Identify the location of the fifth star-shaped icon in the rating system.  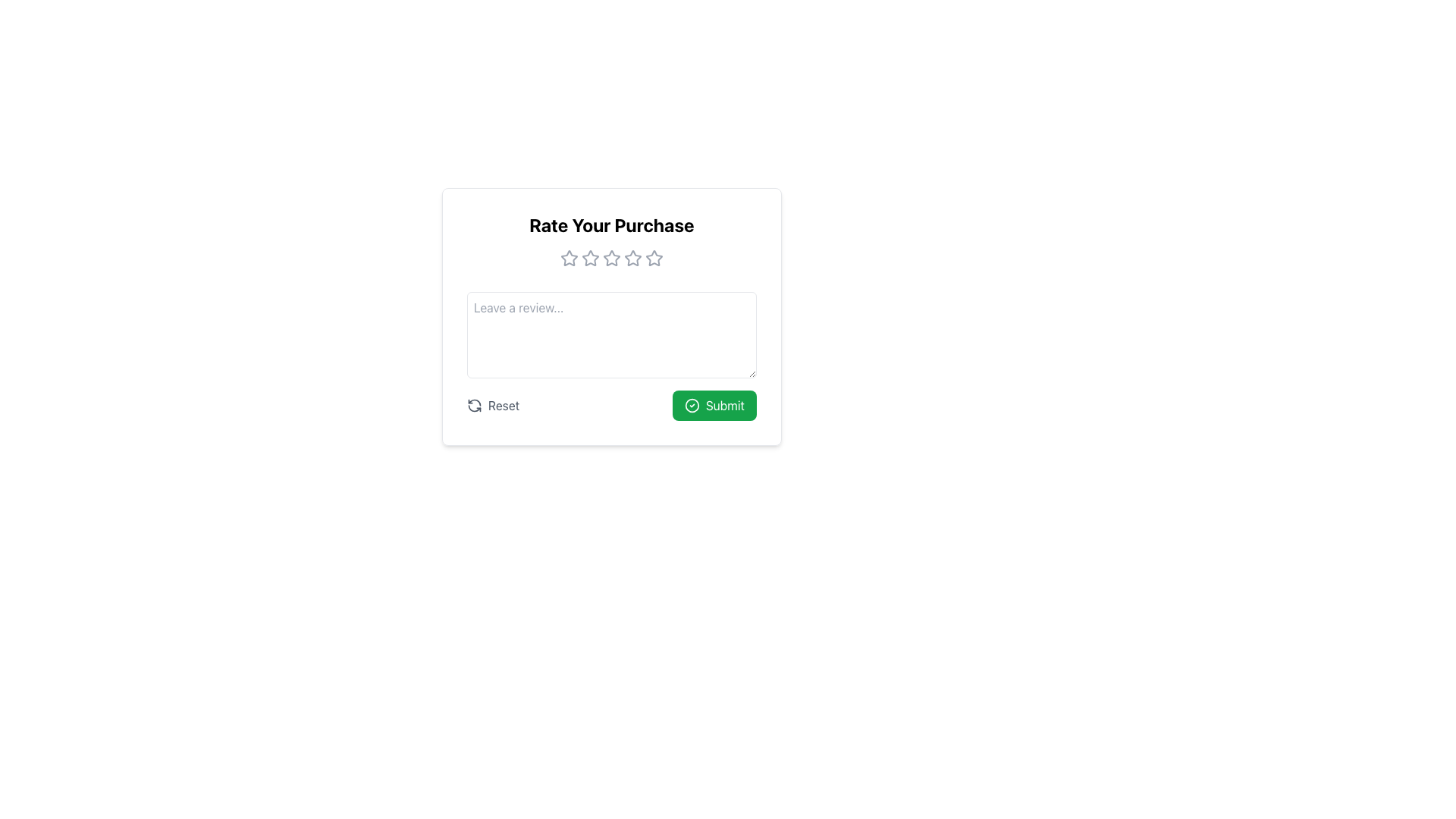
(654, 257).